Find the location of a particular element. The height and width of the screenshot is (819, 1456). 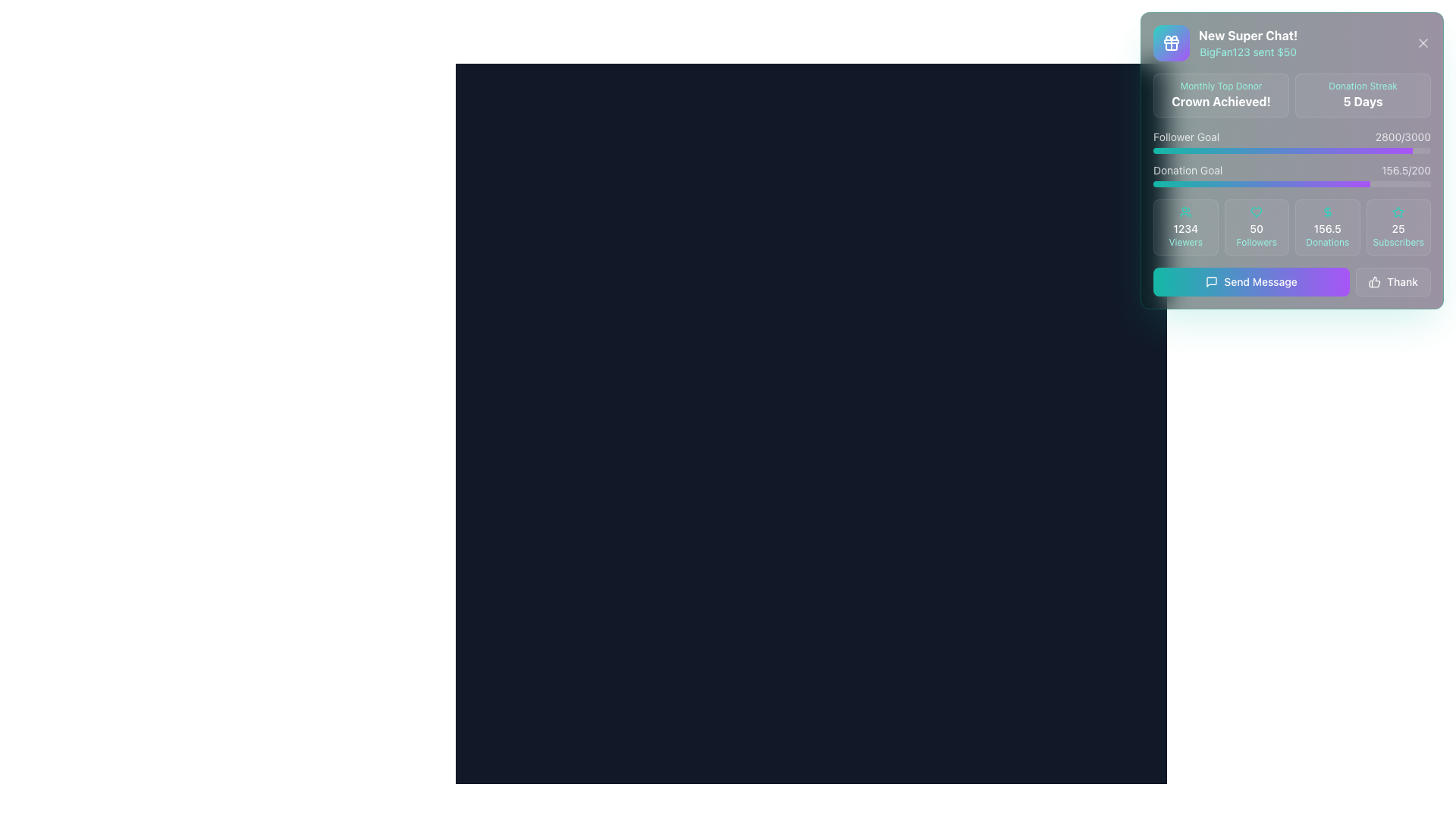

the 'viewers' label, which displays the term in teal color and is located below the number '1234' on the lower-right side of the user statistics card is located at coordinates (1185, 242).